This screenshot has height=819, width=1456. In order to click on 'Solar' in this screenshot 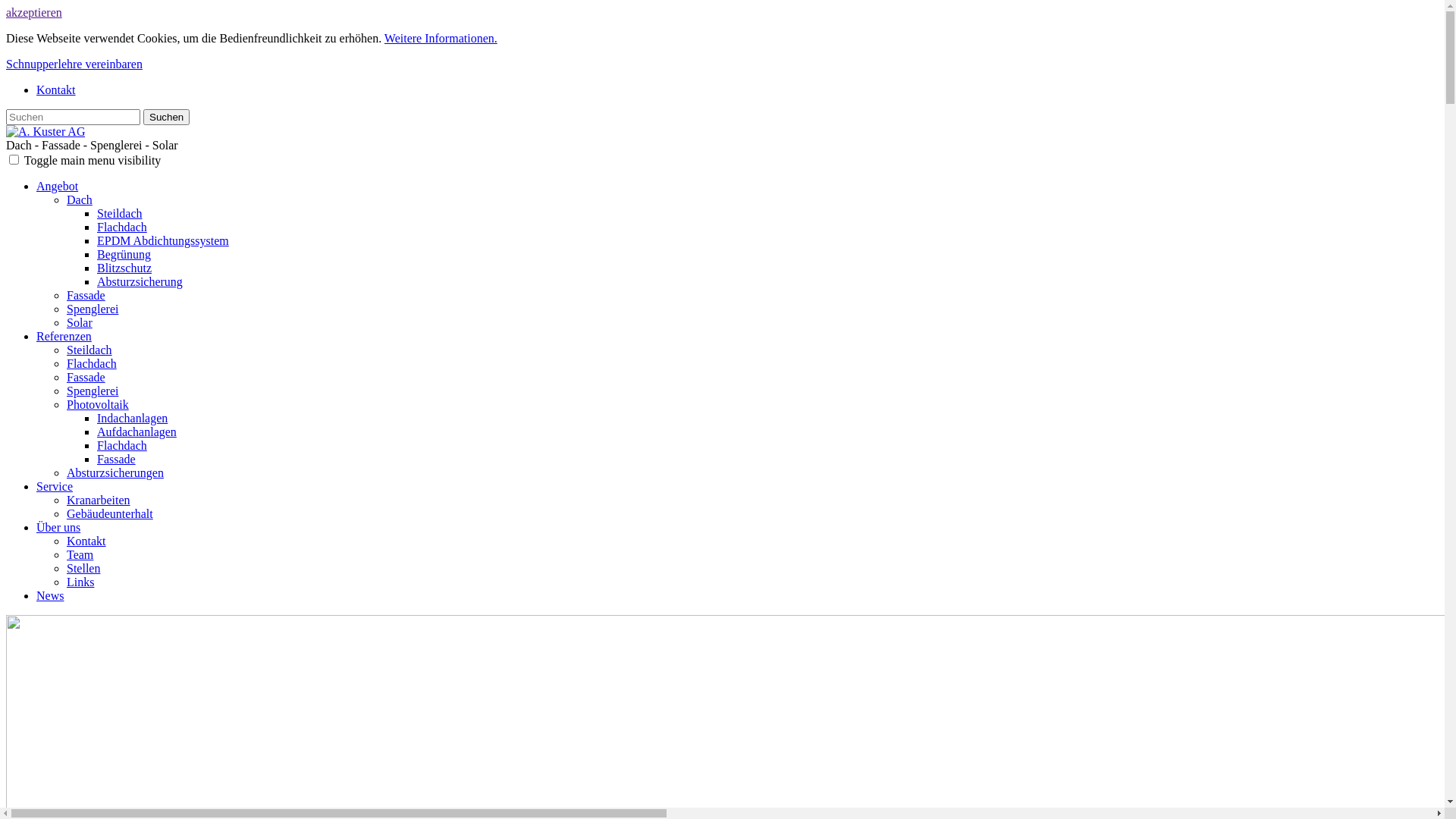, I will do `click(79, 322)`.